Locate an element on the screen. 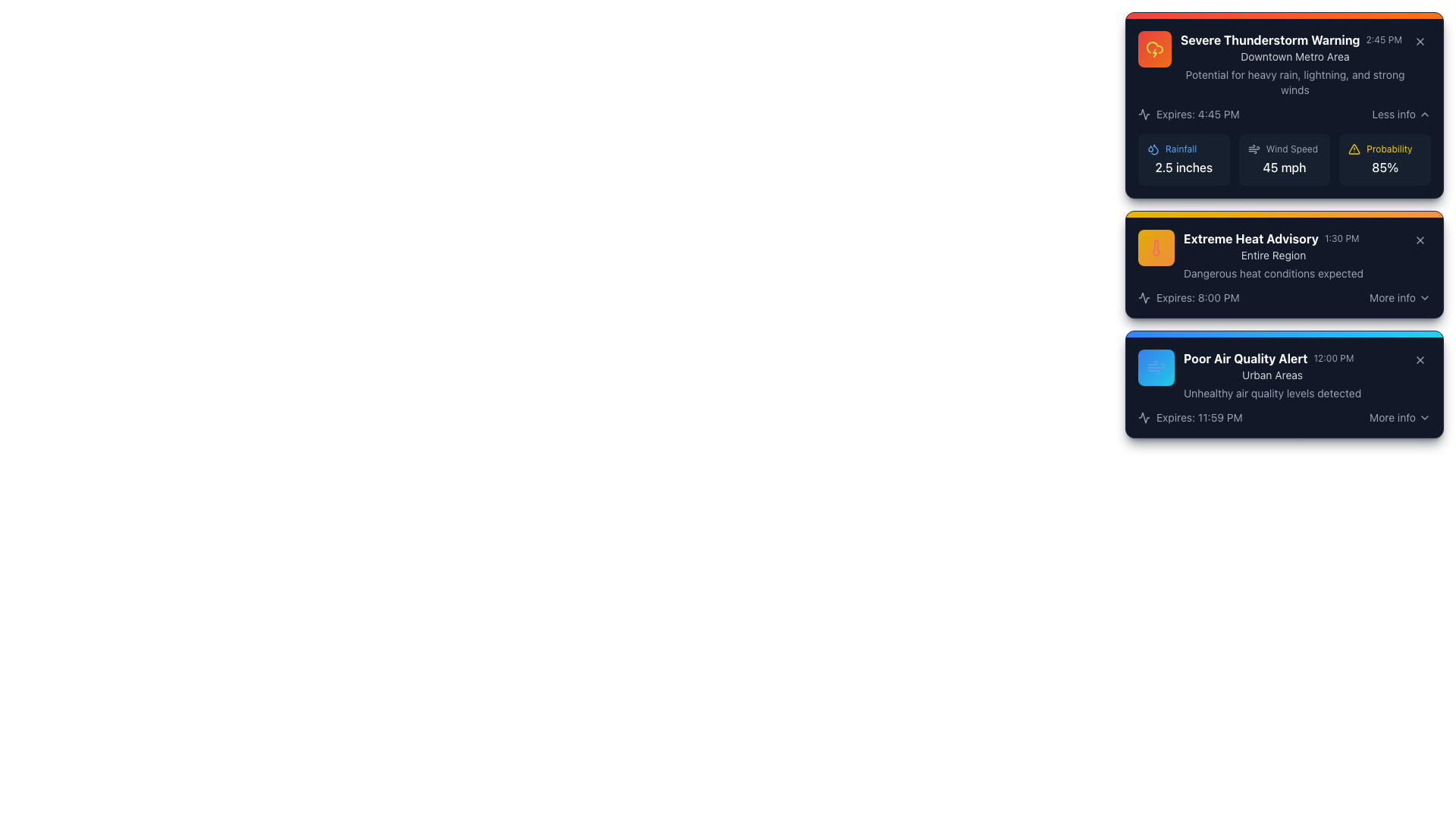  the Text Label displaying the wind speed value in miles per hour, located at the bottom right of the 'Wind Speed' section within a card-style component is located at coordinates (1284, 167).